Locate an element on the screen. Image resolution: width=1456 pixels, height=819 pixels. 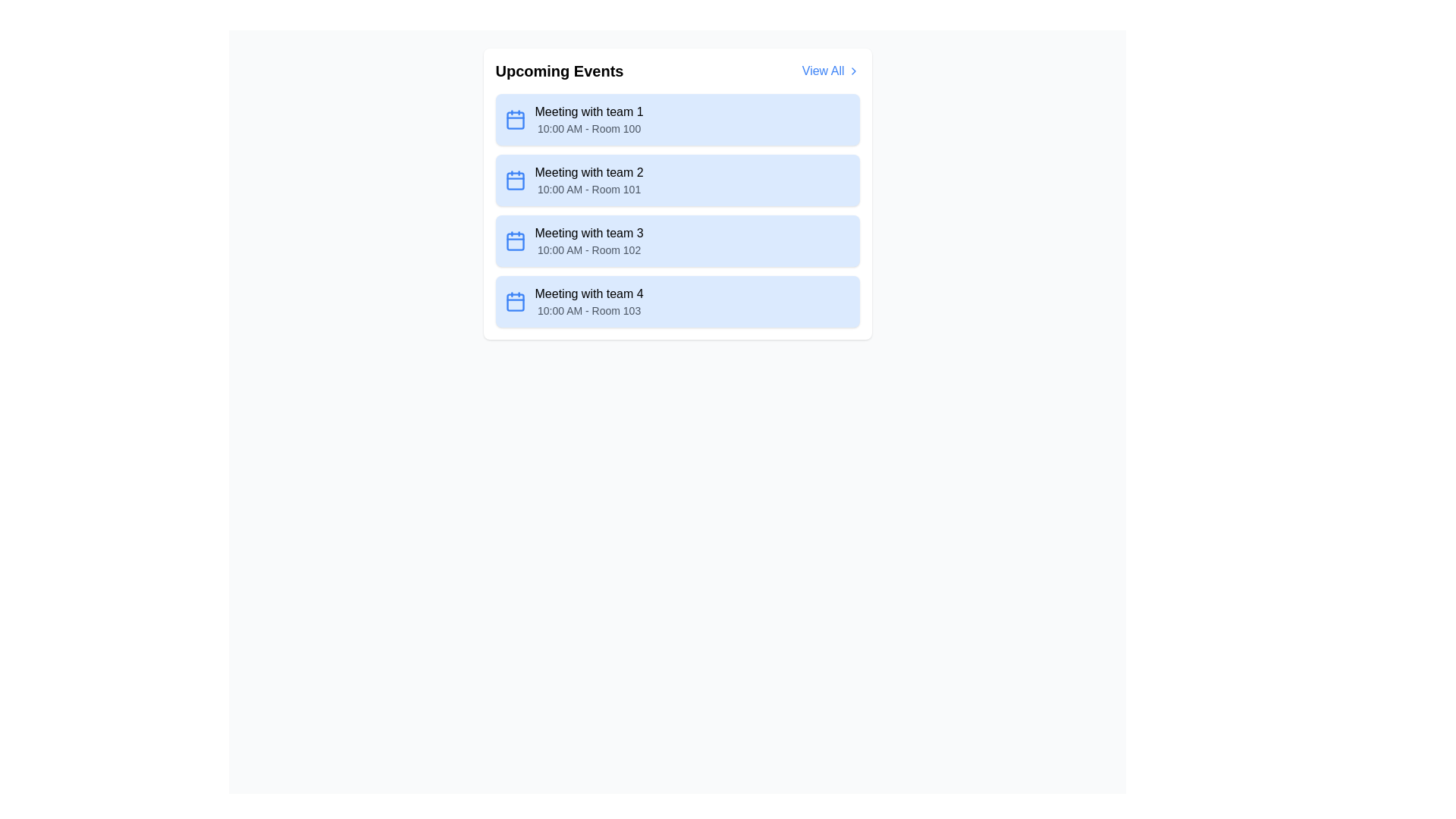
the text display for the event 'Meeting with team 1 at 10:00 AM in Room 100' is located at coordinates (588, 119).